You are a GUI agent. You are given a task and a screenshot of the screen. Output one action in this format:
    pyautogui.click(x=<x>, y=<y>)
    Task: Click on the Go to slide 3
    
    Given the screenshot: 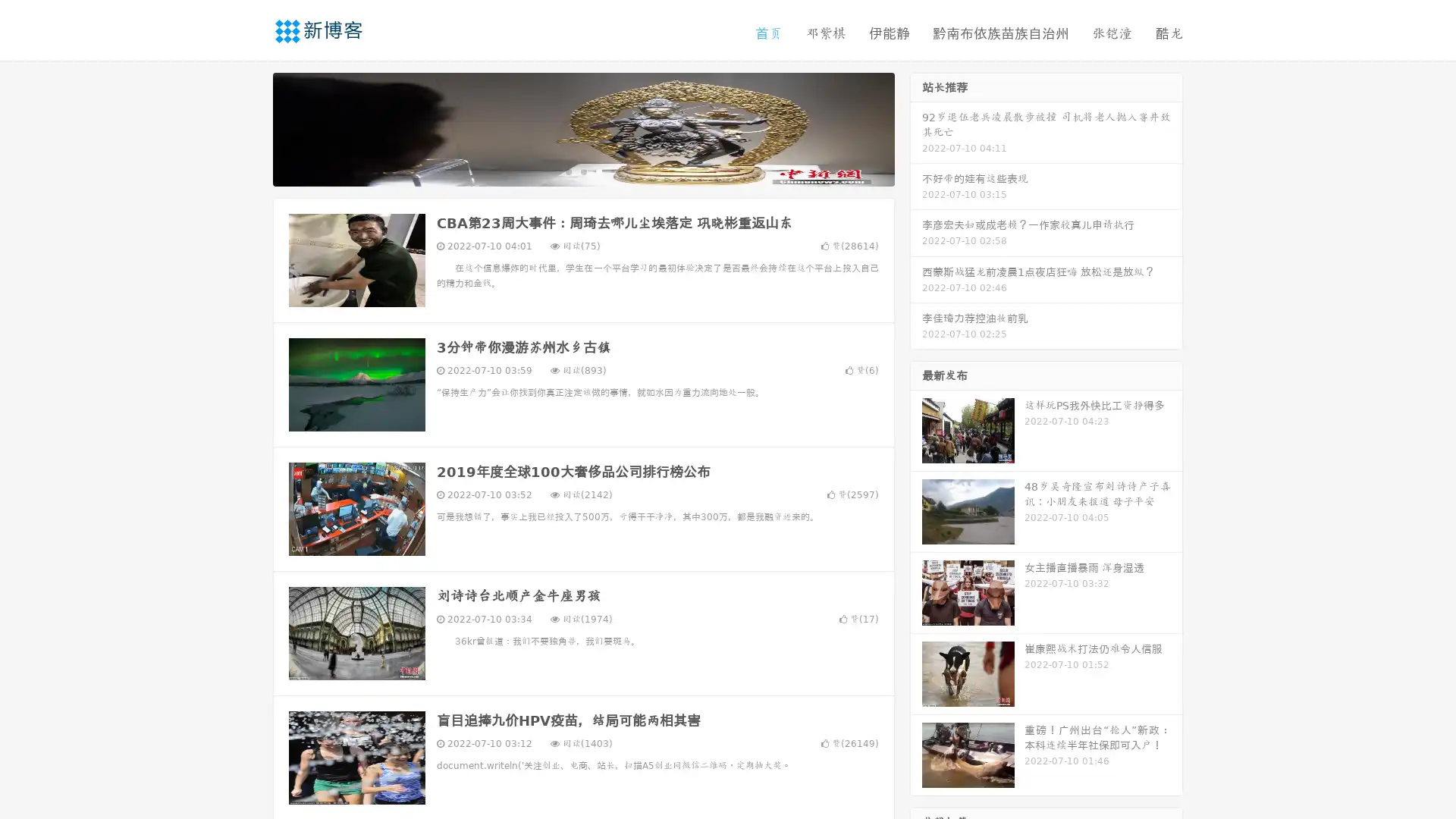 What is the action you would take?
    pyautogui.click(x=598, y=171)
    